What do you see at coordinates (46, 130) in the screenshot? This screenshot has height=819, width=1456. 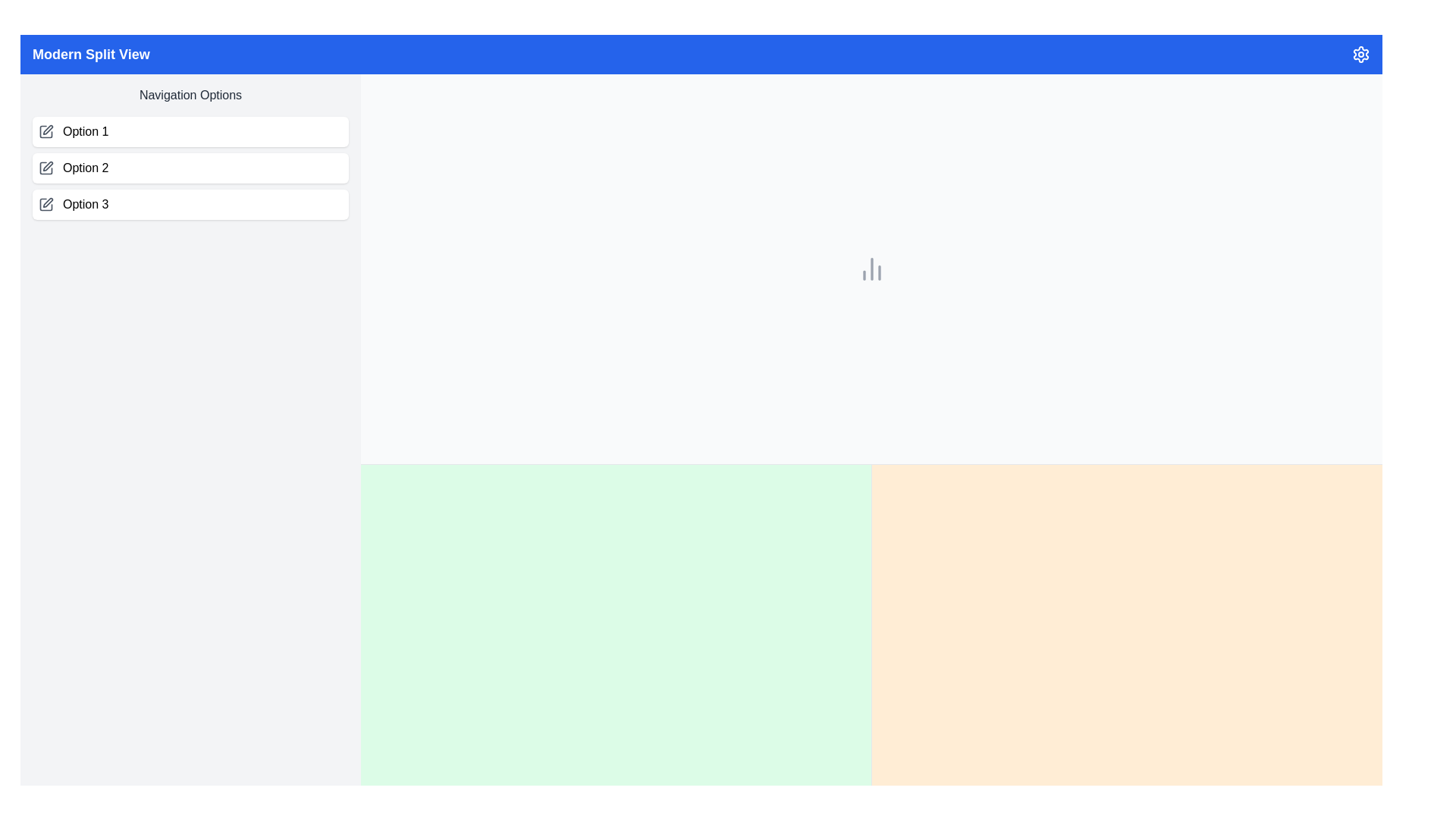 I see `the SVG icon resembling a square with a pencil inside, located beside the text 'Option 1' in the sidebar navigation menu` at bounding box center [46, 130].